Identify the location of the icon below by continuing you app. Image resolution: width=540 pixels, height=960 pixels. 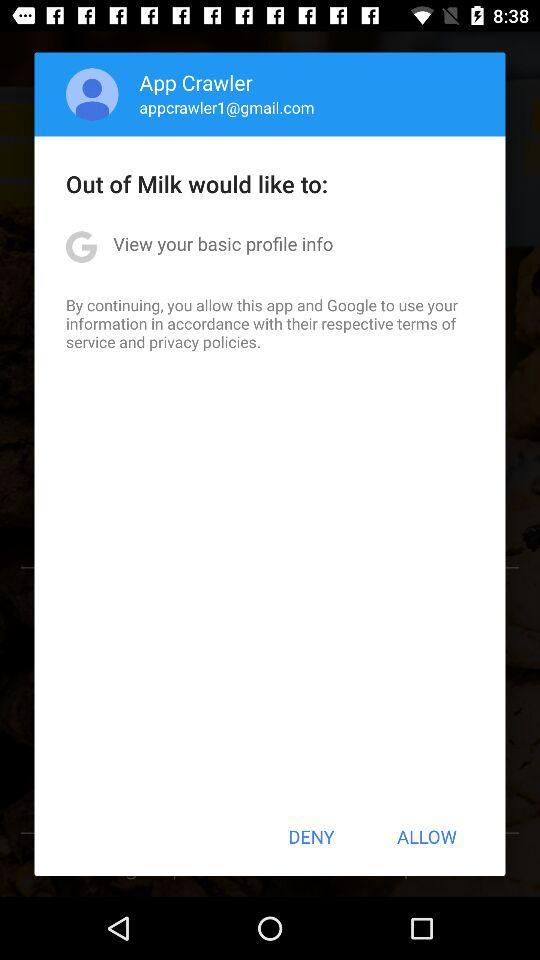
(311, 836).